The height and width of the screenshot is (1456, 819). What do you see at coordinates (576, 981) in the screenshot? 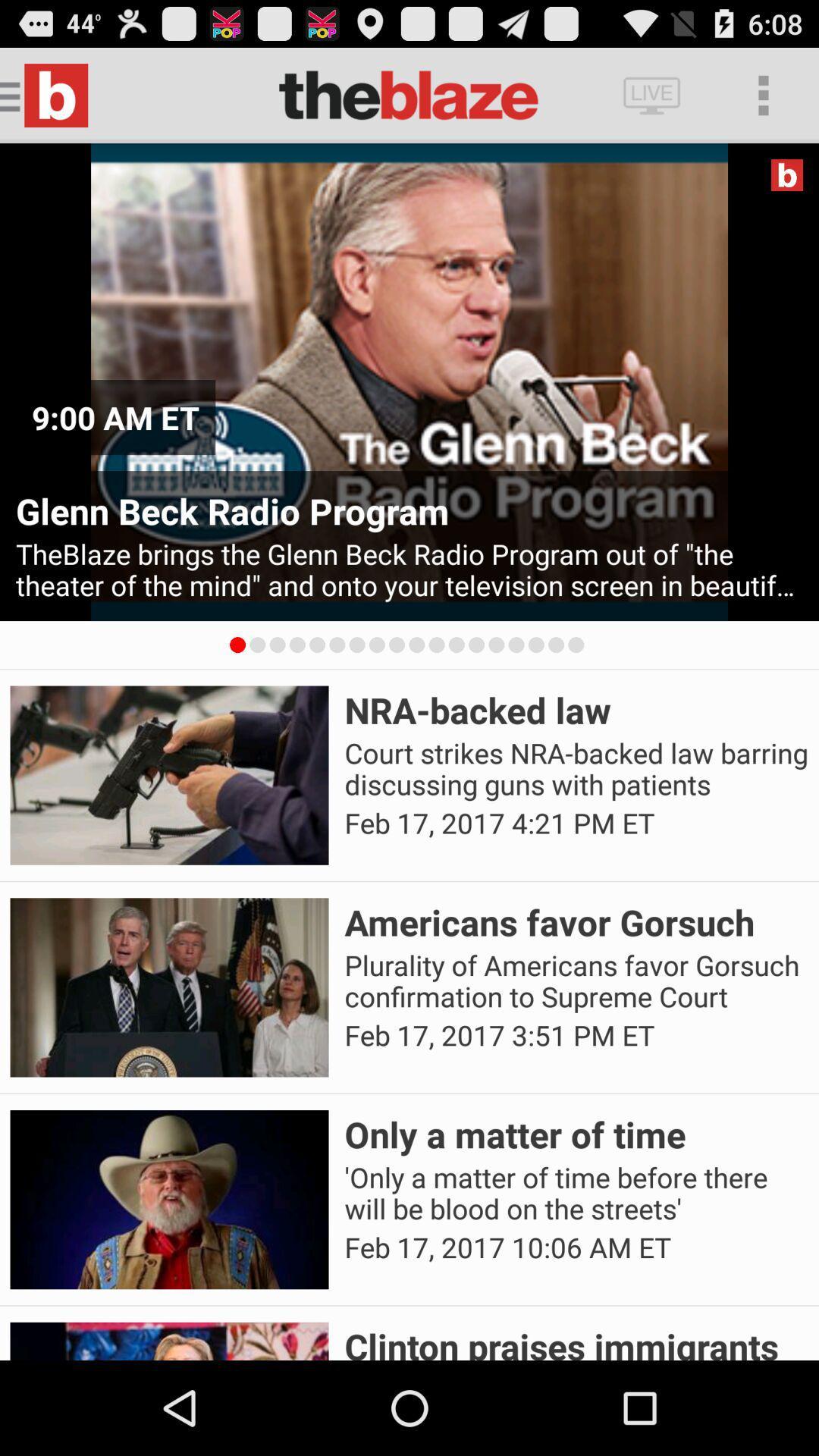
I see `the icon above feb 17 2017 item` at bounding box center [576, 981].